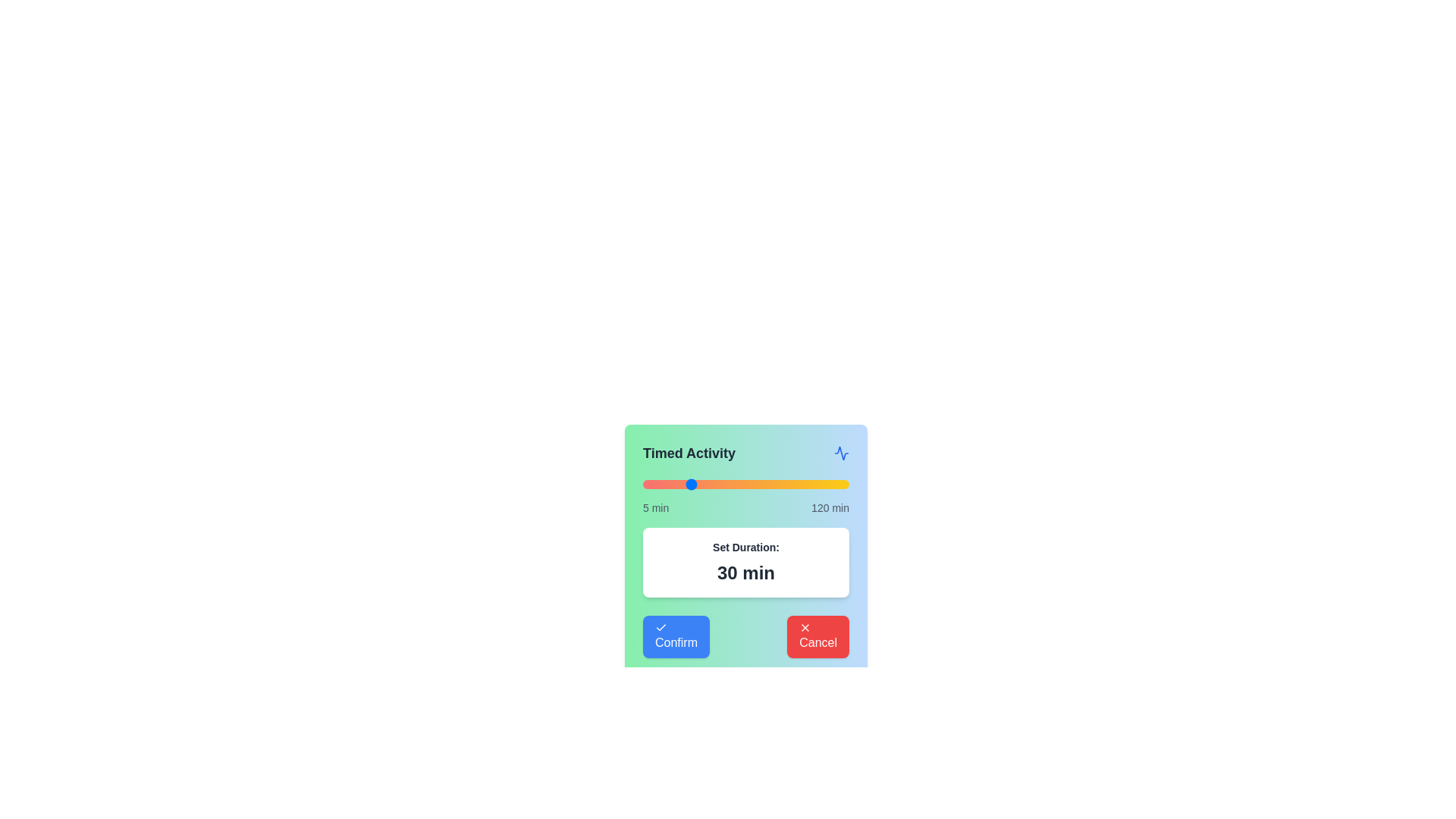 The width and height of the screenshot is (1456, 819). Describe the element at coordinates (823, 485) in the screenshot. I see `the slider to set the activity duration to 106 minutes` at that location.